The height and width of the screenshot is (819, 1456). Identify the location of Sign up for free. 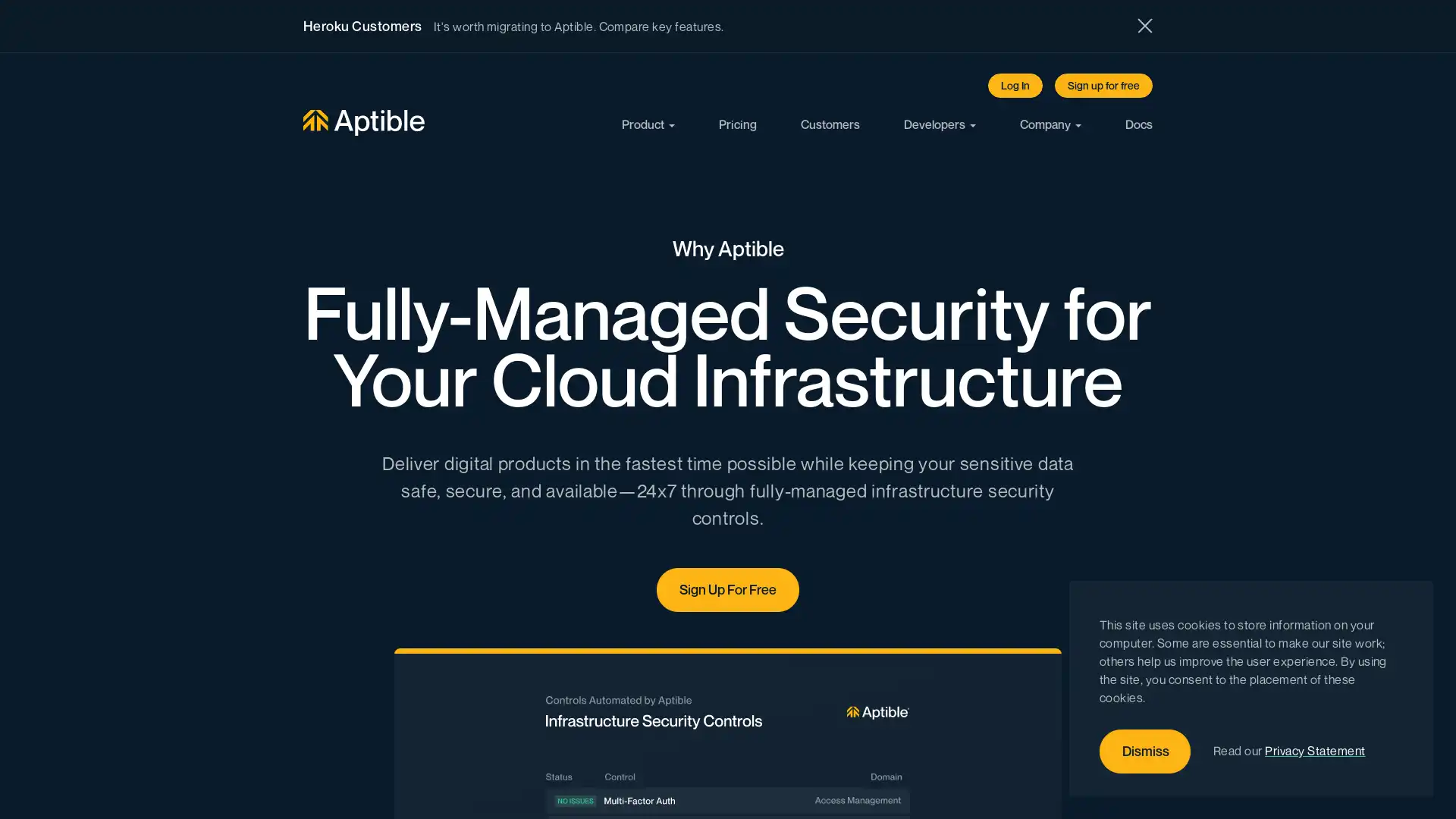
(1103, 85).